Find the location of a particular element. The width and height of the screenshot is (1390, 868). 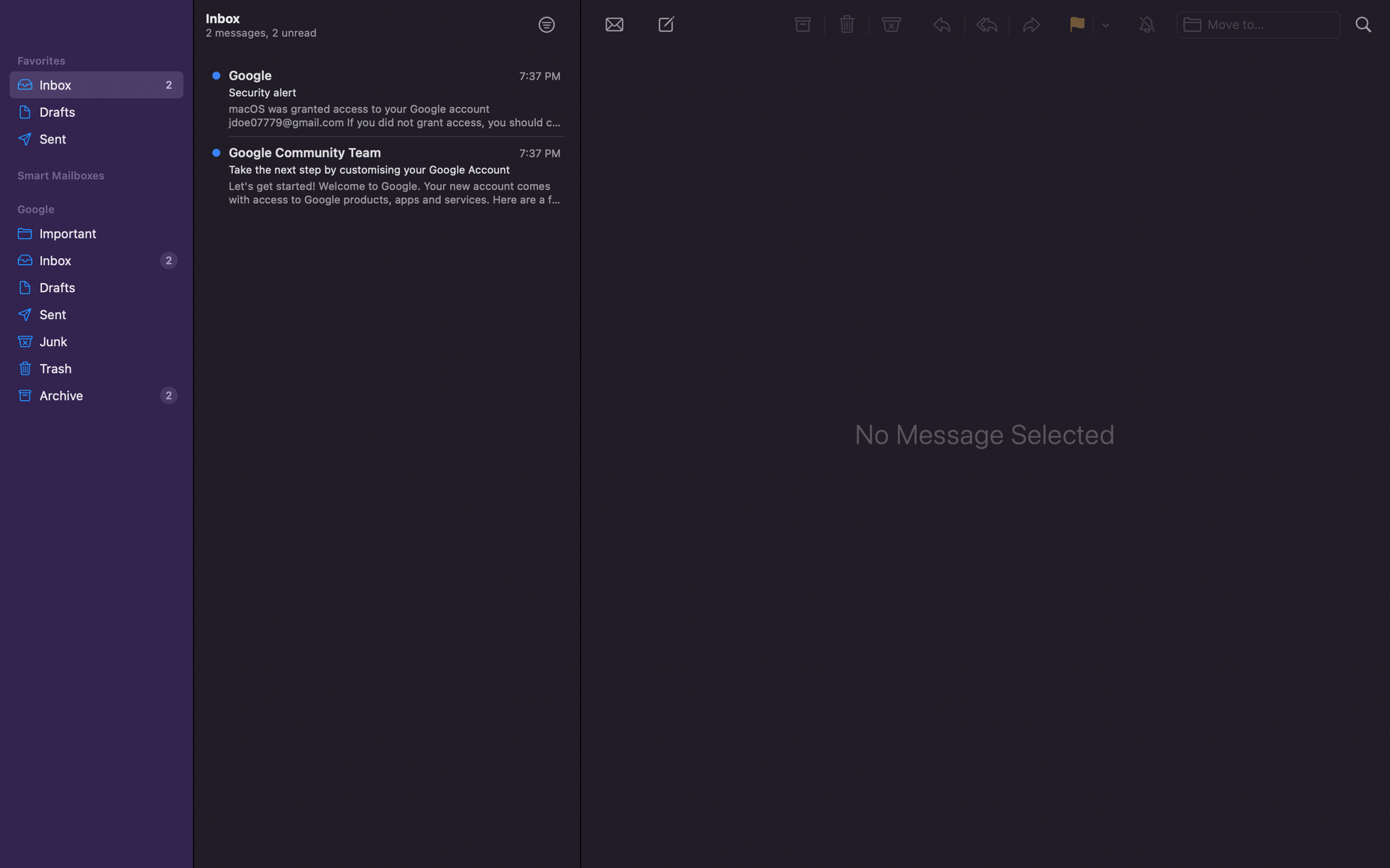

Update the flag color is located at coordinates (1105, 25).